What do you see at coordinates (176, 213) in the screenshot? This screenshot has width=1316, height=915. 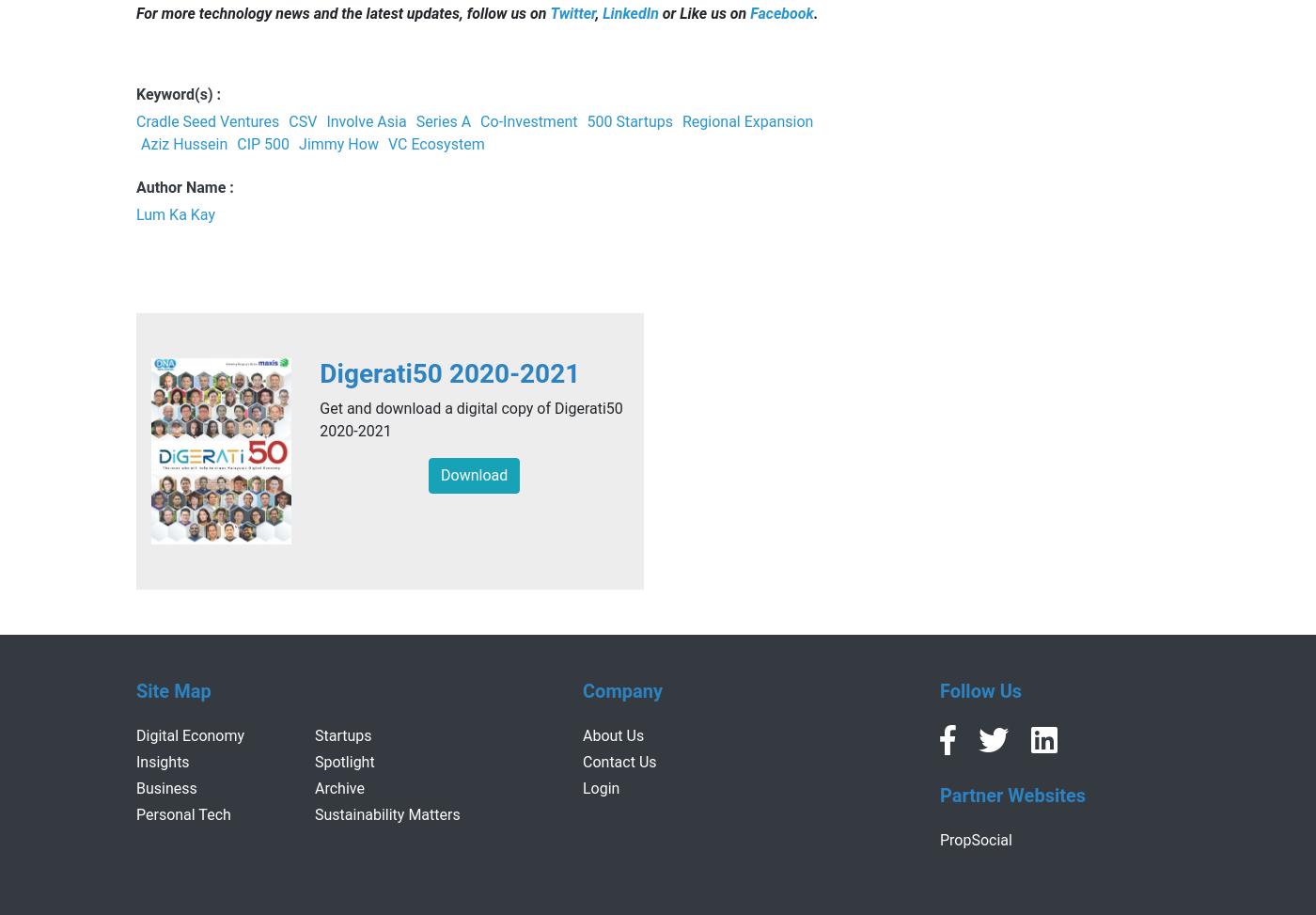 I see `'Lum Ka Kay'` at bounding box center [176, 213].